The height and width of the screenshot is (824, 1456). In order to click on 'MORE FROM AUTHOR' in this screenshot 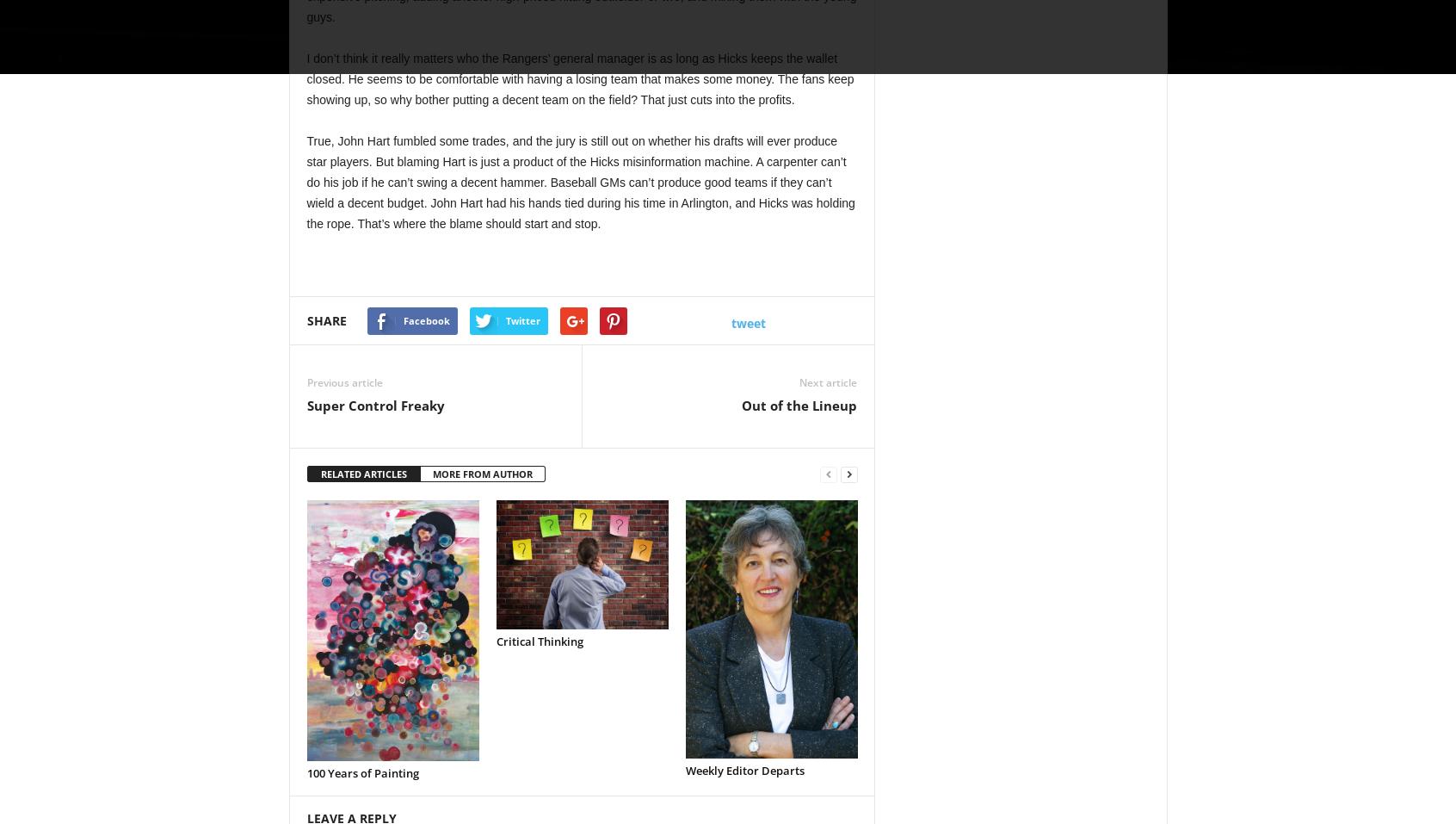, I will do `click(482, 474)`.